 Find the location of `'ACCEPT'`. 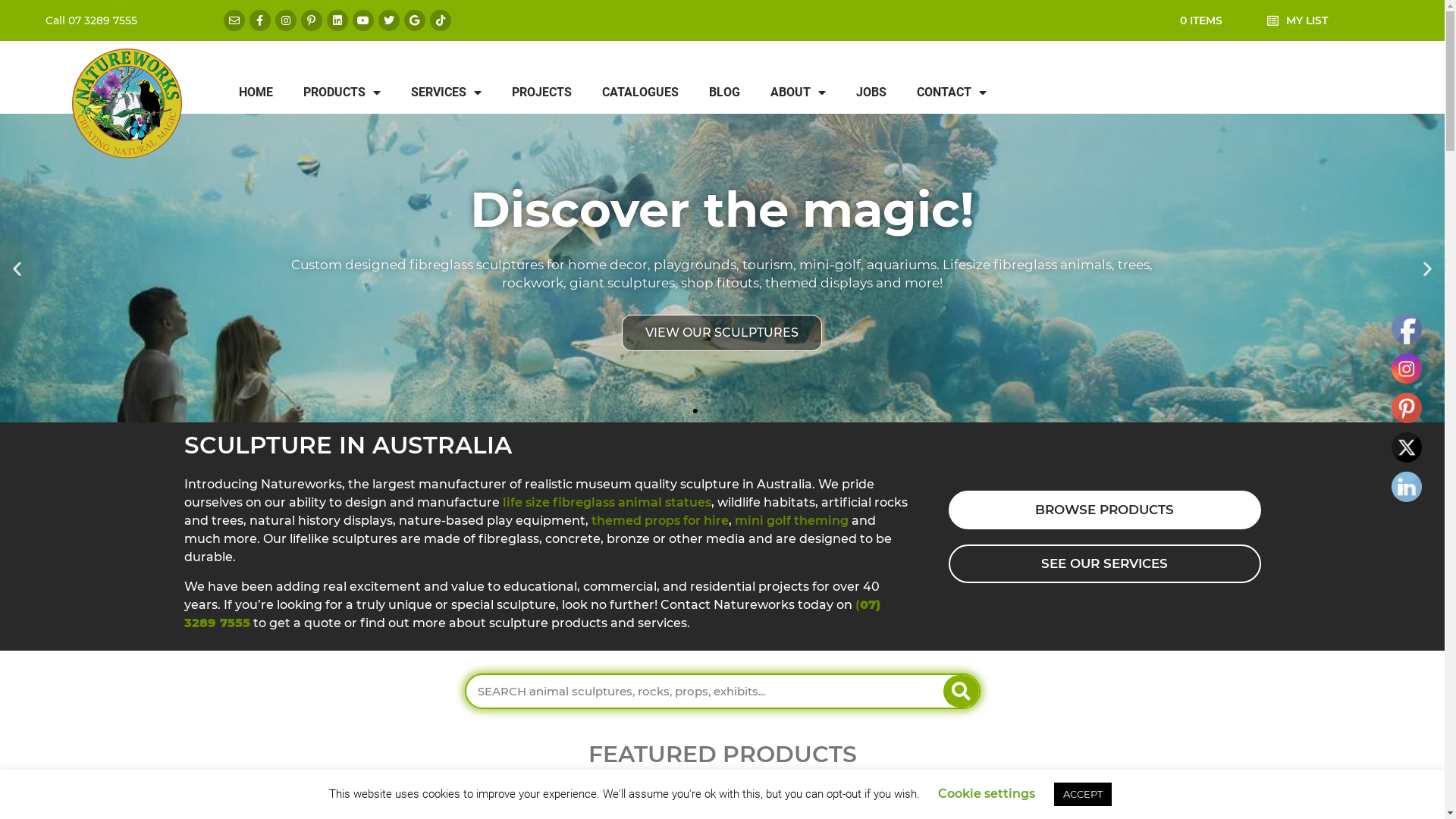

'ACCEPT' is located at coordinates (1082, 793).